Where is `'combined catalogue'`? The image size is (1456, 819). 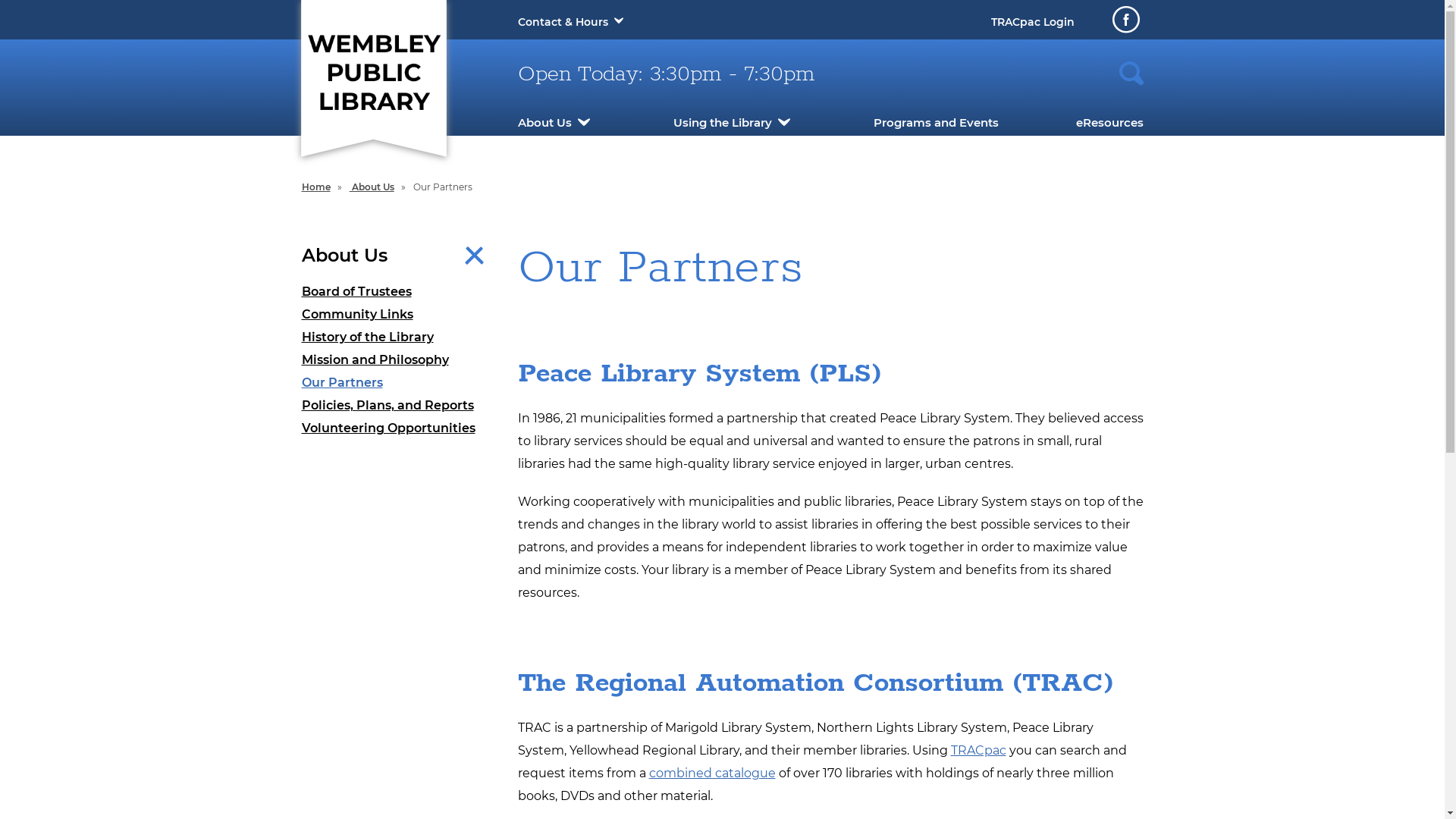 'combined catalogue' is located at coordinates (711, 773).